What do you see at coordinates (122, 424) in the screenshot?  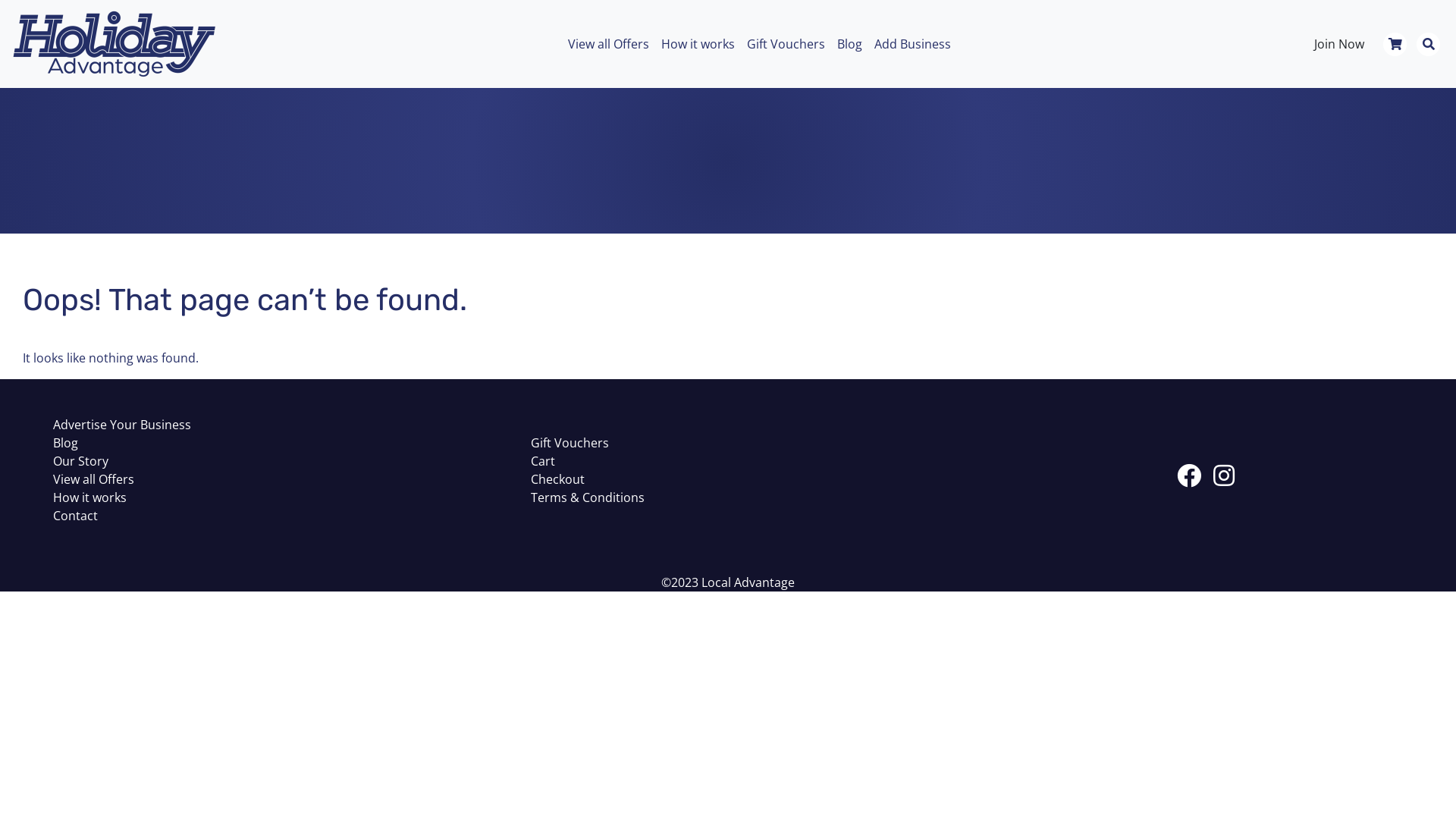 I see `'Advertise Your Business'` at bounding box center [122, 424].